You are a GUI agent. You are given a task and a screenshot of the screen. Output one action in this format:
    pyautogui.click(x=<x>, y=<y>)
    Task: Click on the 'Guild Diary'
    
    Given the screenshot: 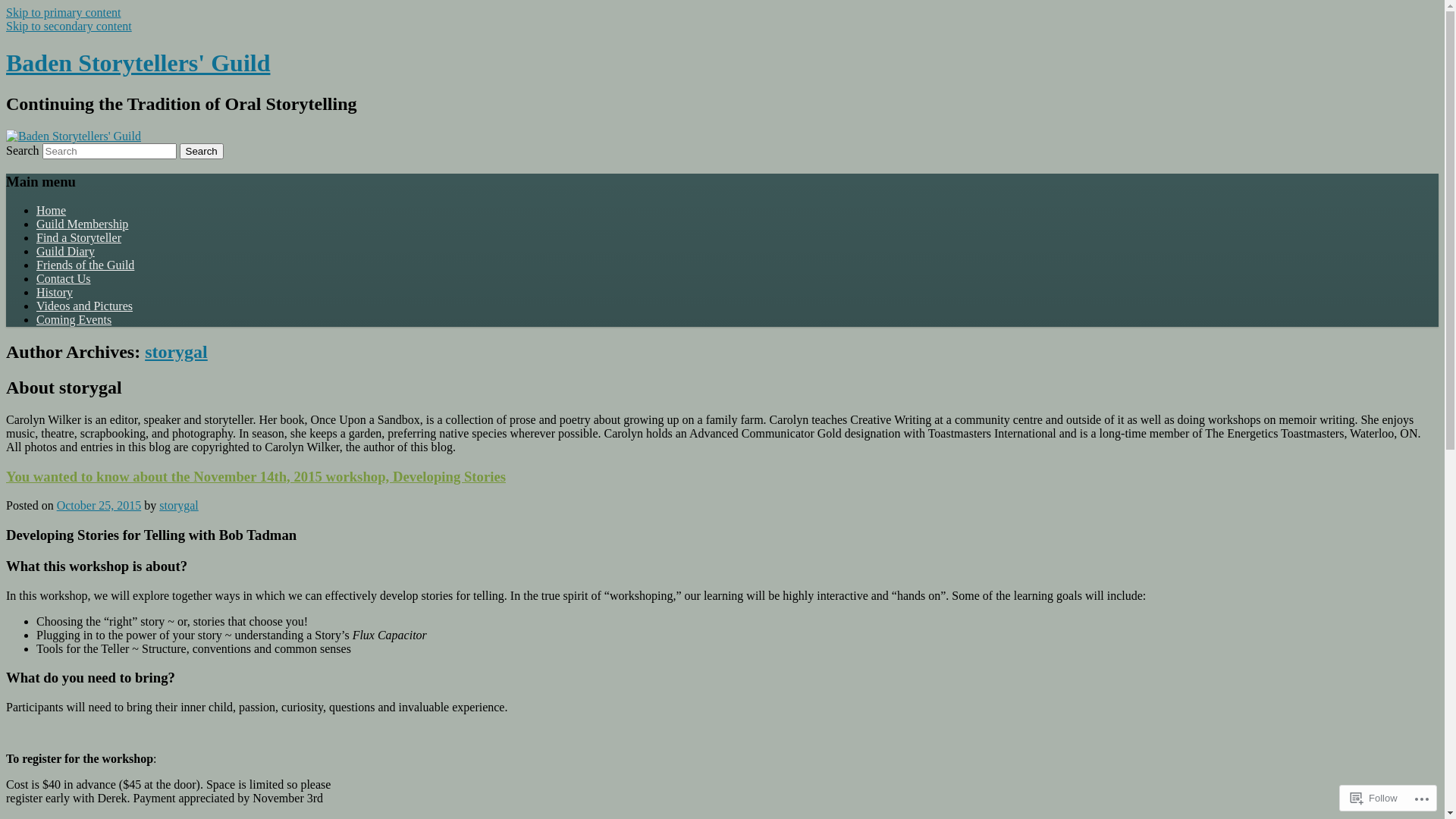 What is the action you would take?
    pyautogui.click(x=64, y=250)
    